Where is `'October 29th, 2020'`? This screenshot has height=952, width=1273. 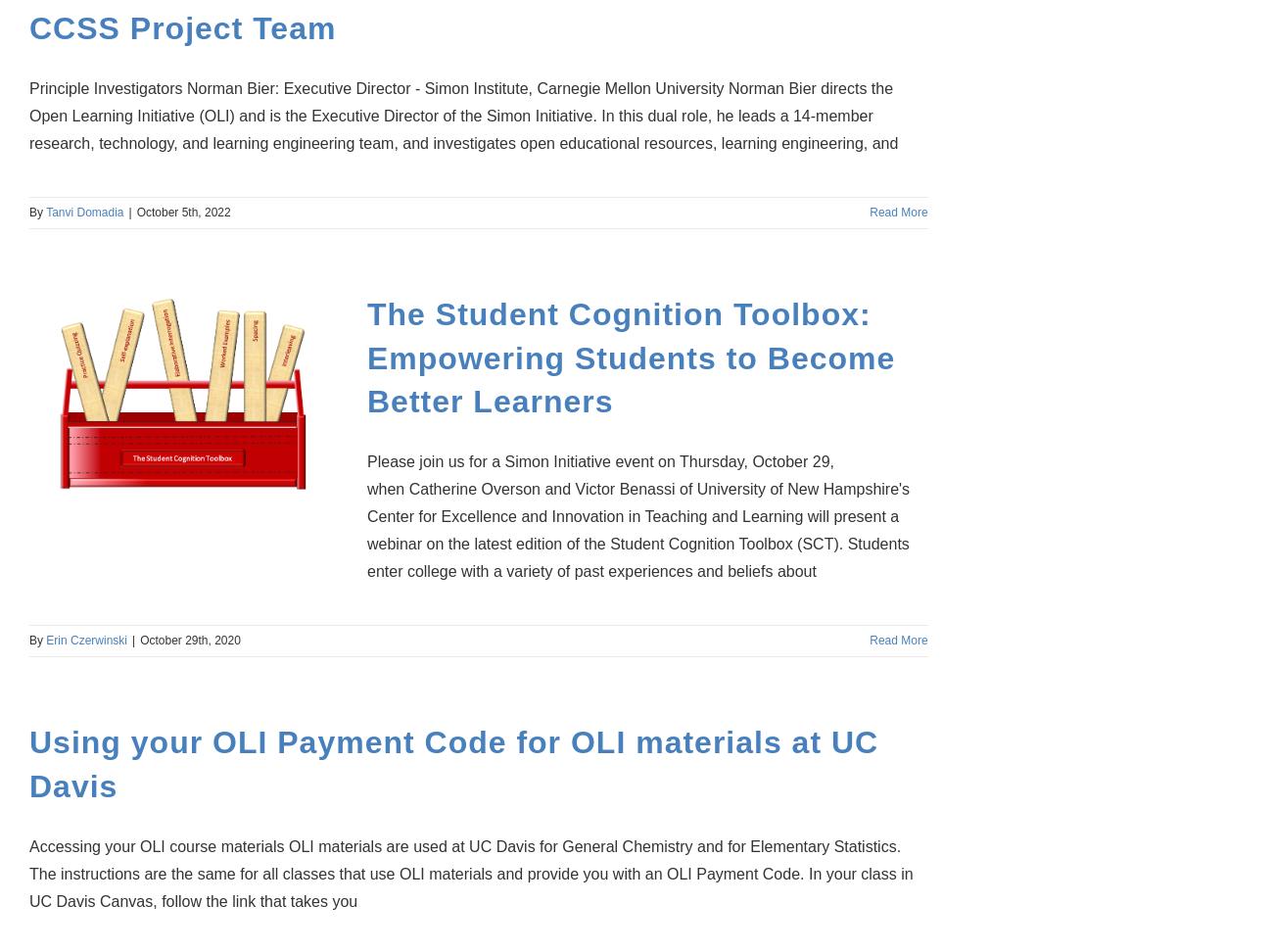 'October 29th, 2020' is located at coordinates (189, 640).